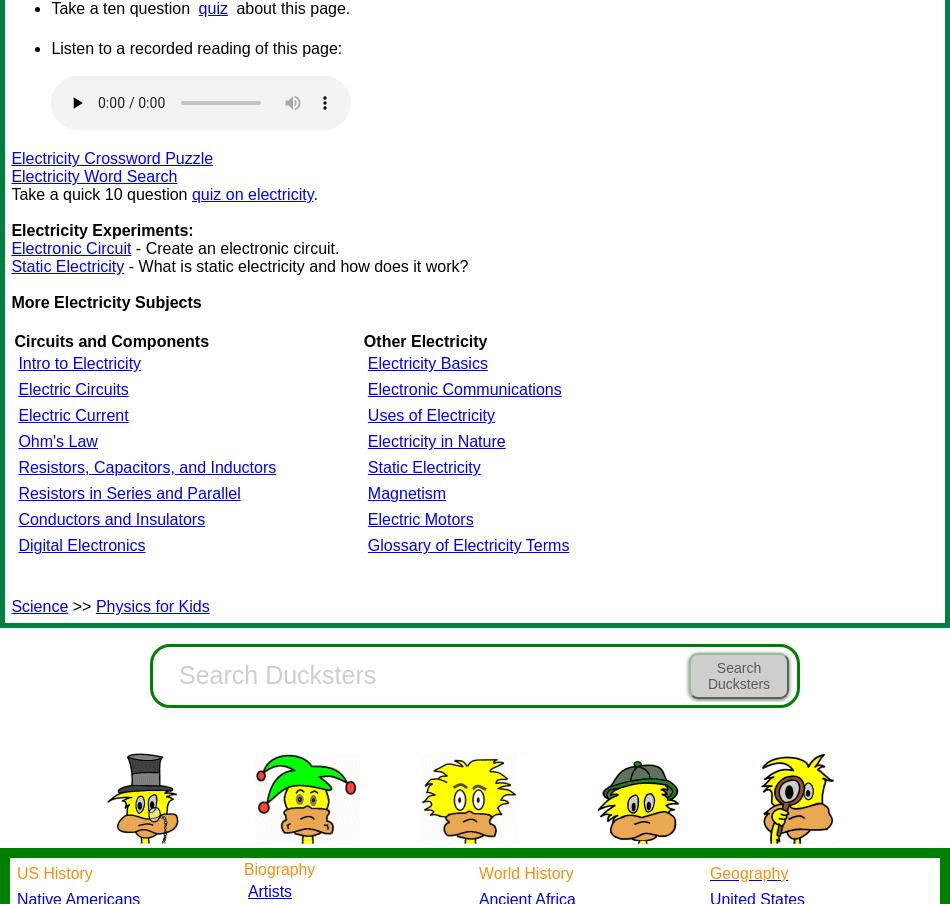 The image size is (950, 904). Describe the element at coordinates (426, 362) in the screenshot. I see `'Electricity Basics'` at that location.